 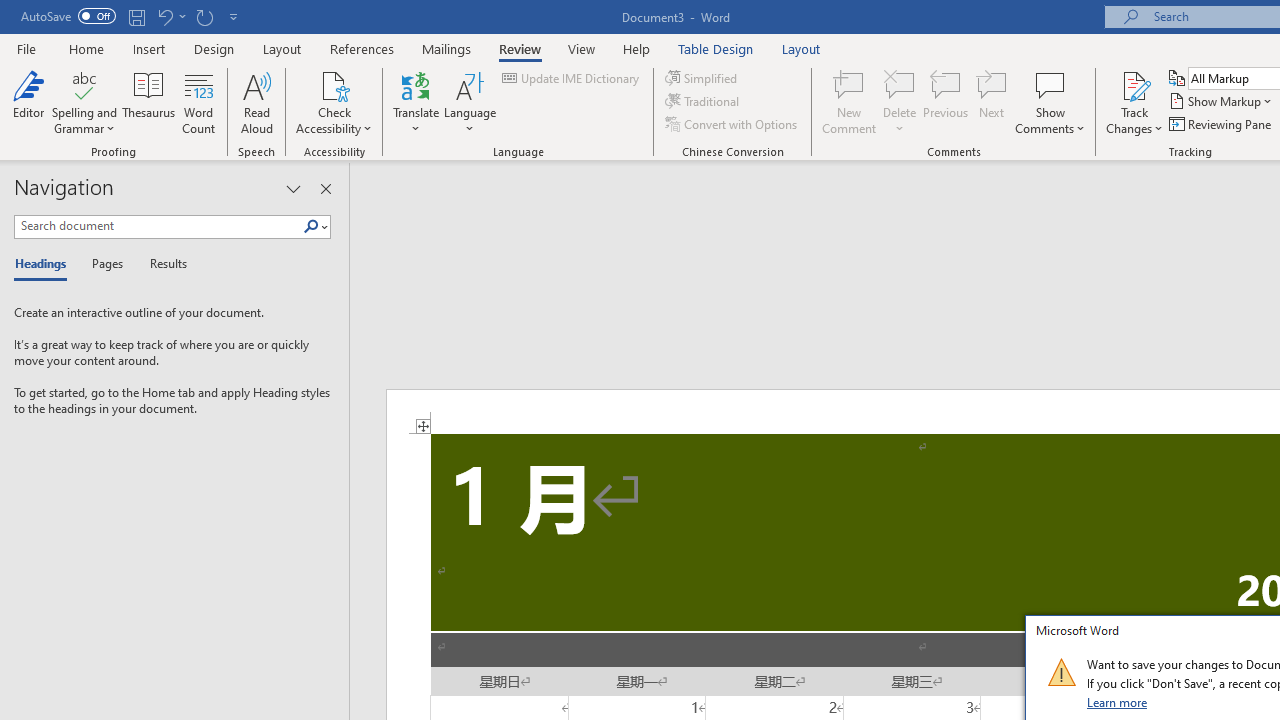 I want to click on 'Word Count', so click(x=199, y=103).